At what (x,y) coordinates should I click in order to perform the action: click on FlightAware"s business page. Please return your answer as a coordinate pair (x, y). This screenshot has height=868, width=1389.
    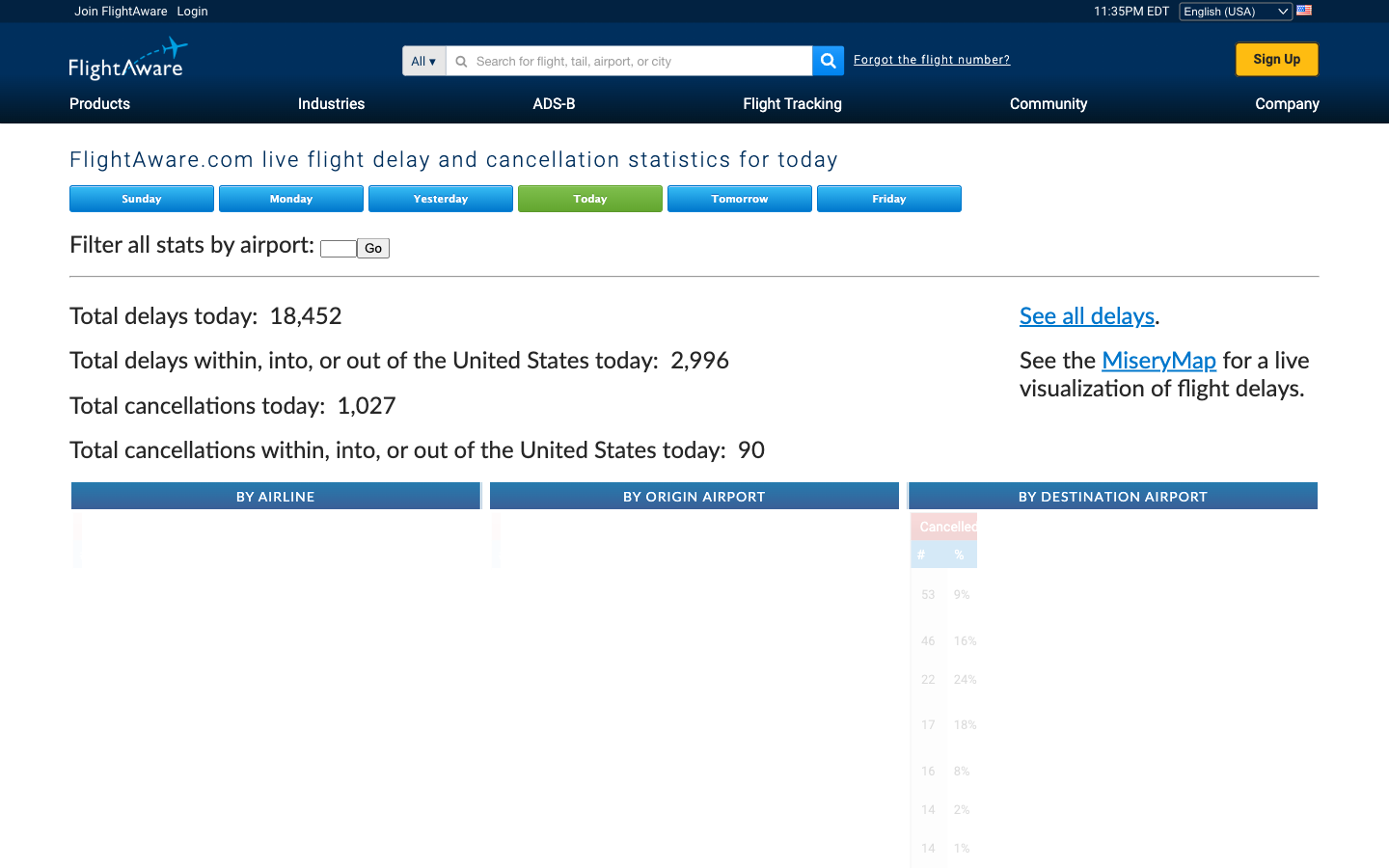
    Looking at the image, I should click on (1286, 100).